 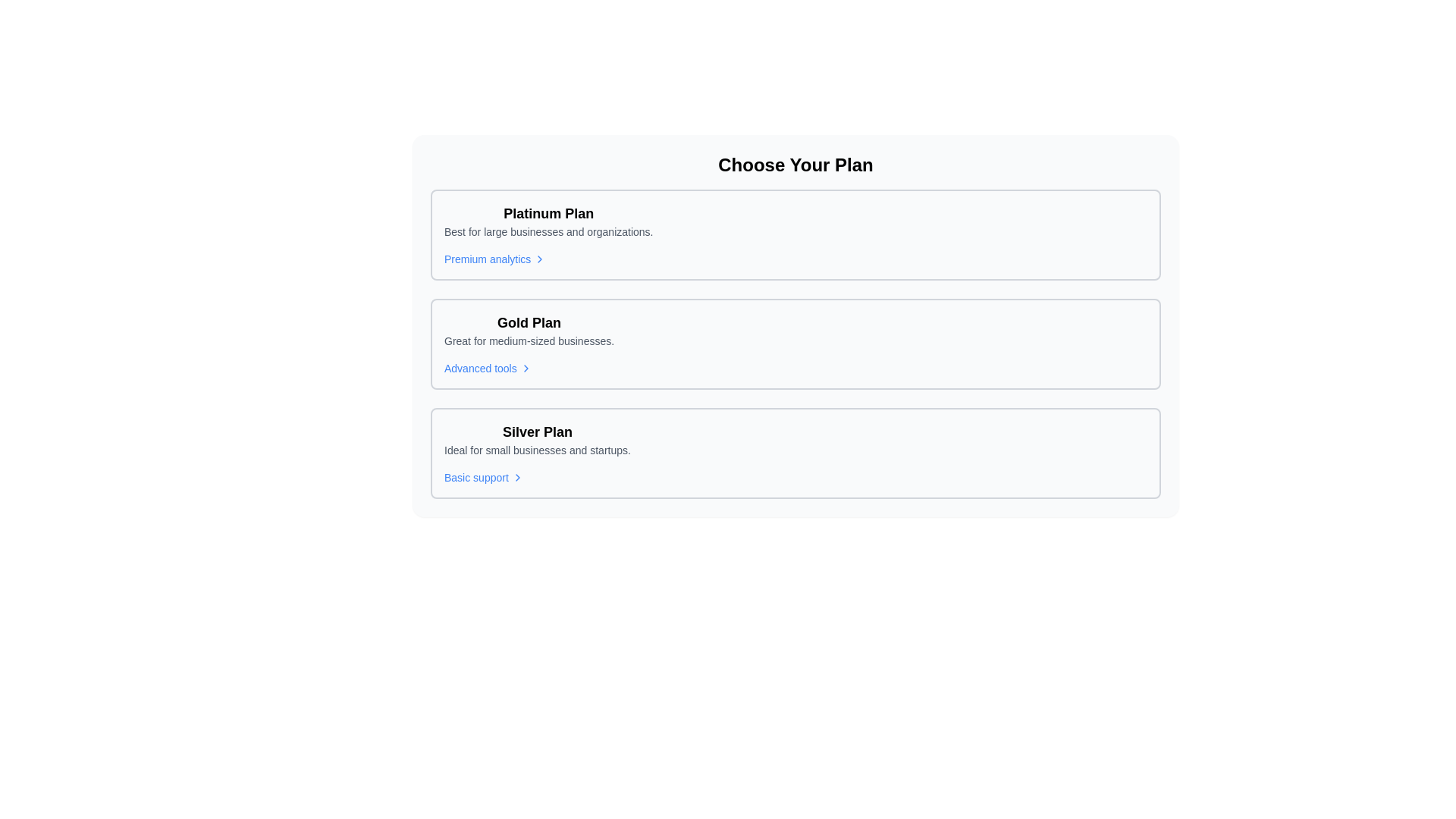 I want to click on the text label 'Silver Plan', which is styled in bold font and indicates its importance in the pricing or subscription plan interface, located in the center of the bottom pricing option, so click(x=537, y=432).